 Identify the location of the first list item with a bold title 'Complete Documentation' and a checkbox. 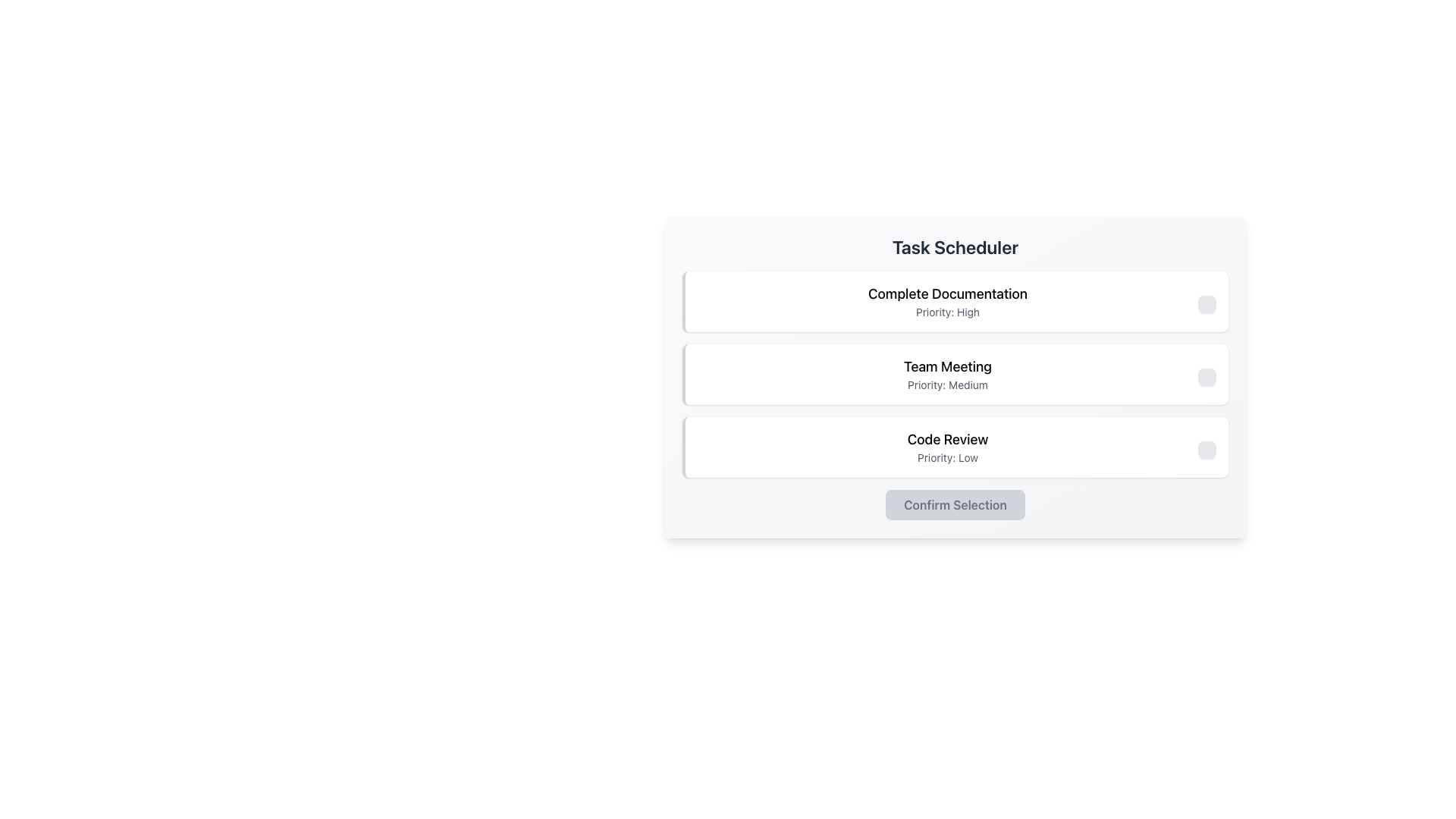
(954, 301).